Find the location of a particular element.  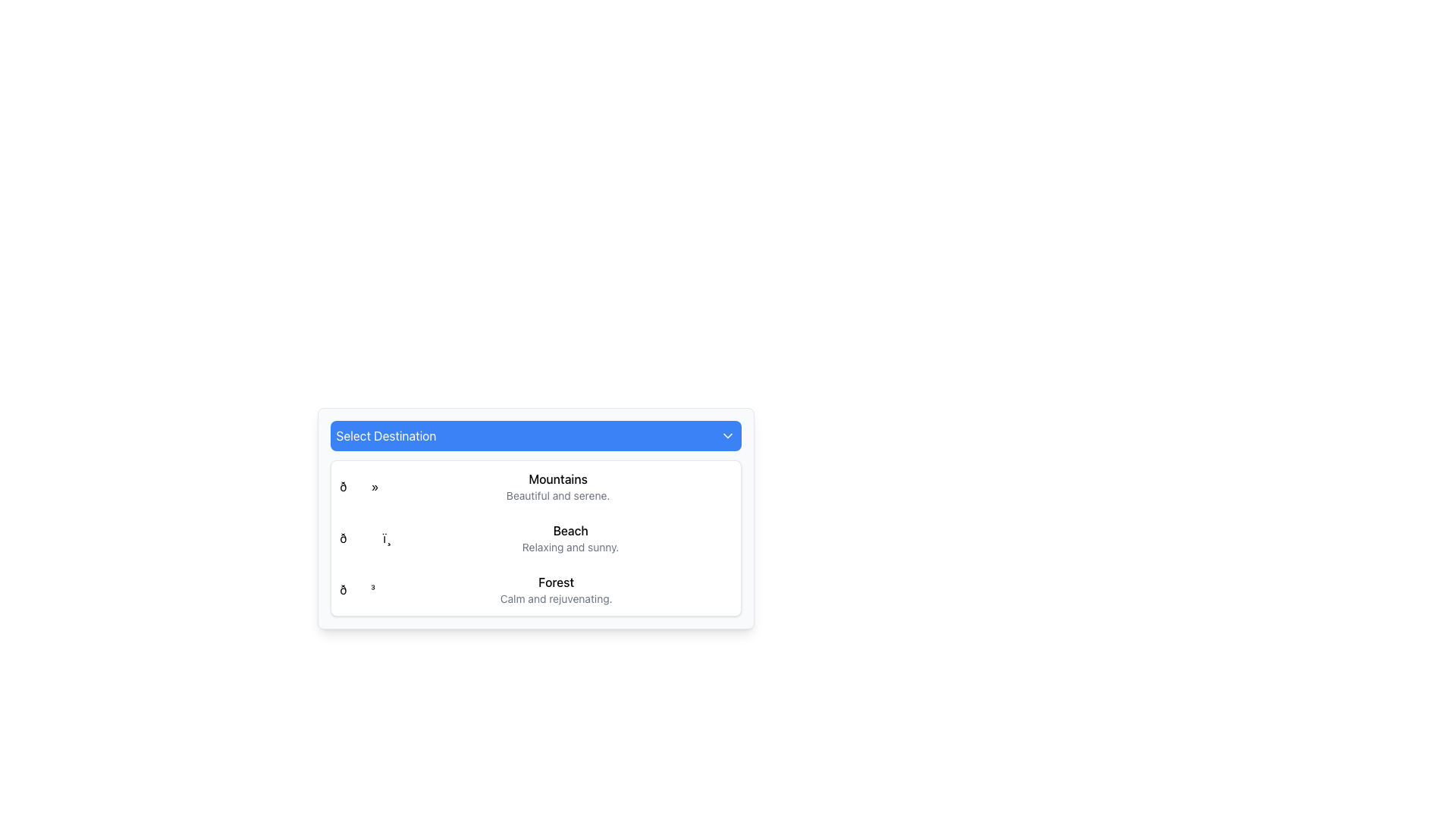

the dropdown menu option titled 'Forest' with the description 'Calm and rejuvenating.' is located at coordinates (535, 589).